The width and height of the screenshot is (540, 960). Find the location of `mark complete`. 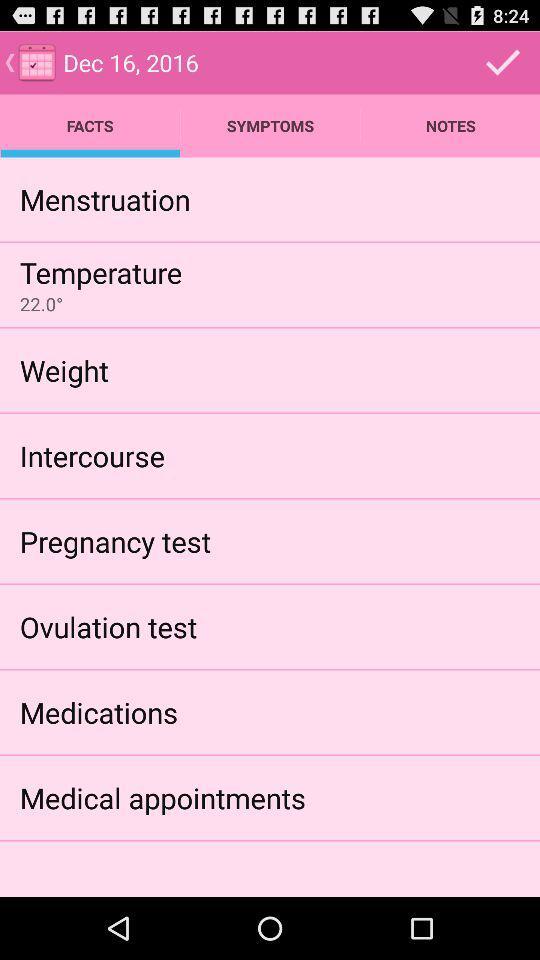

mark complete is located at coordinates (502, 62).